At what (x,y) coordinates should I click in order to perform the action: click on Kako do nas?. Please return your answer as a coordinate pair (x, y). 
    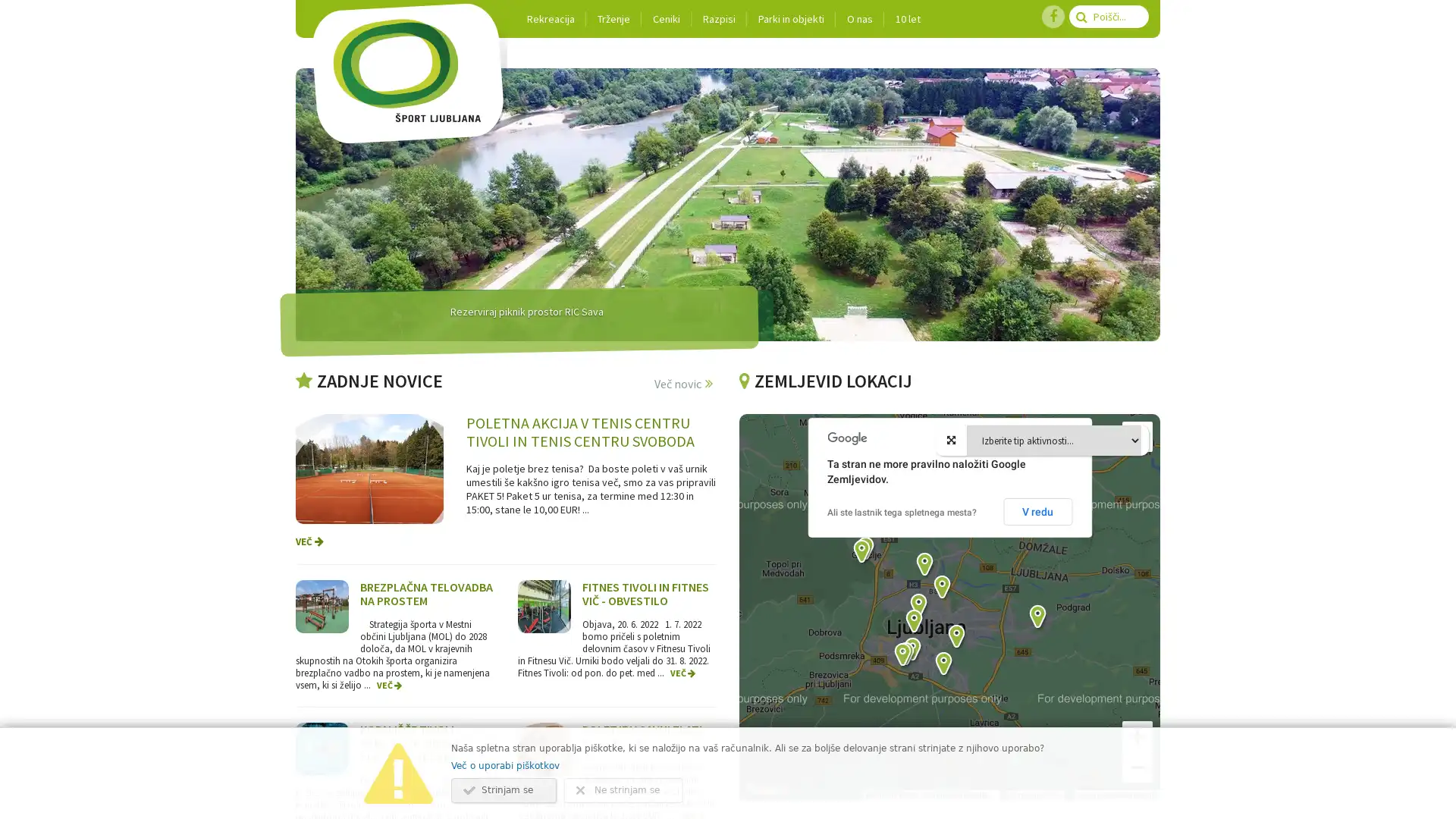
    Looking at the image, I should click on (918, 669).